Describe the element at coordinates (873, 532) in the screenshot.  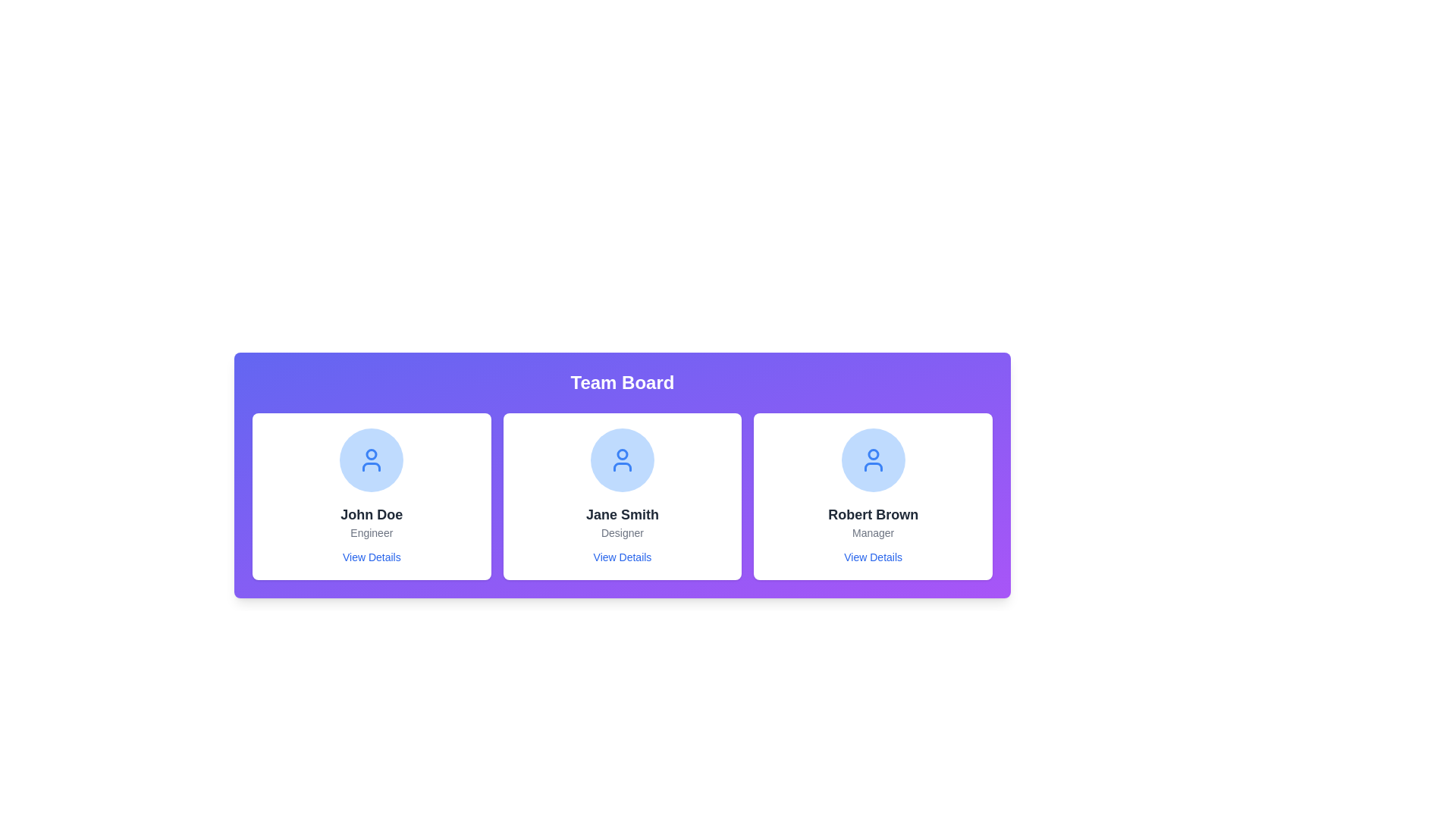
I see `the Text Label indicating the job position 'Manager' of 'Robert Brown'` at that location.